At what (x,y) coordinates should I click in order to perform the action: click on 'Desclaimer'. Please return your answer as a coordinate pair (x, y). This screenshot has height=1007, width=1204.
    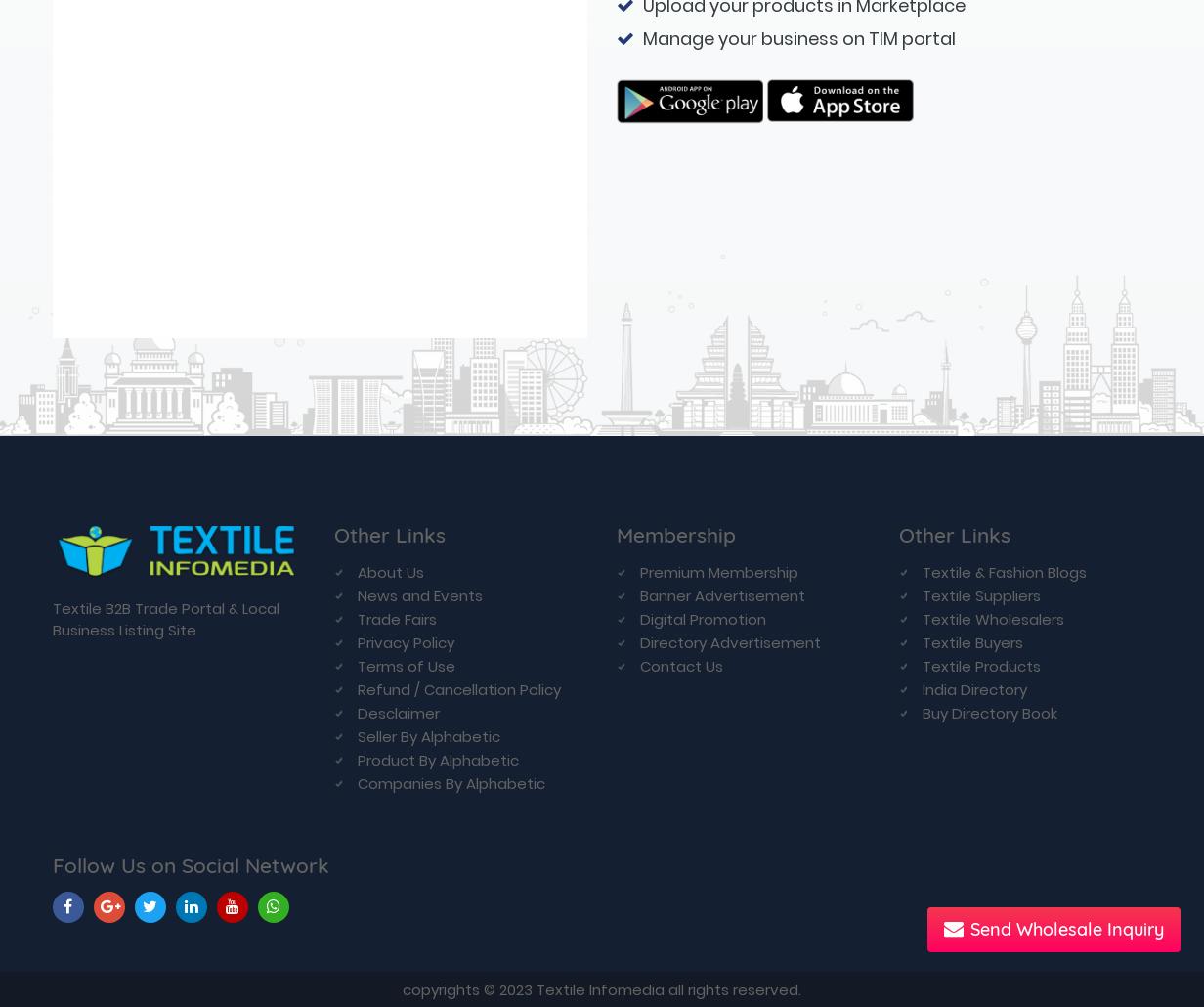
    Looking at the image, I should click on (399, 102).